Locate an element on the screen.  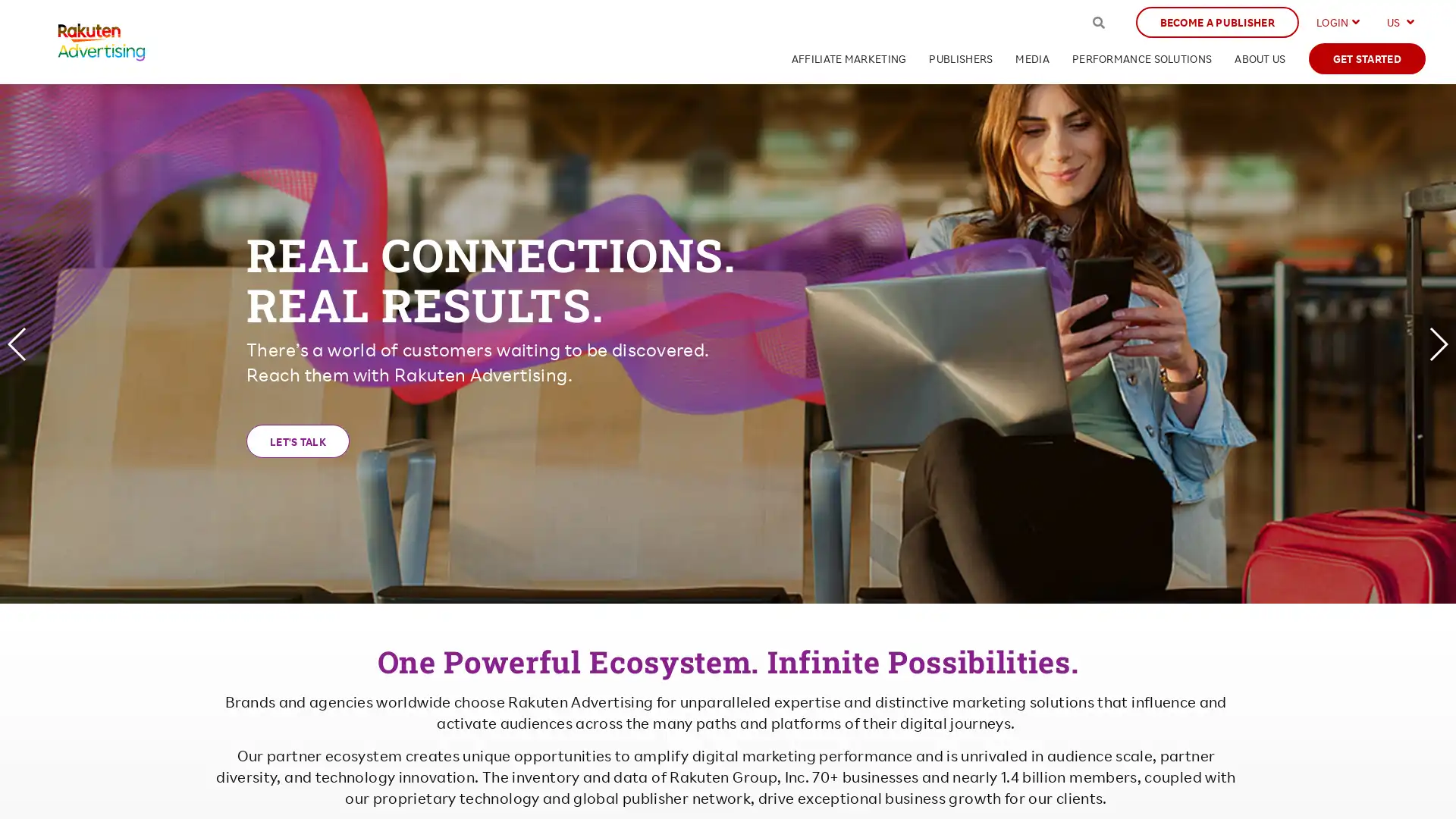
Previous slide is located at coordinates (17, 343).